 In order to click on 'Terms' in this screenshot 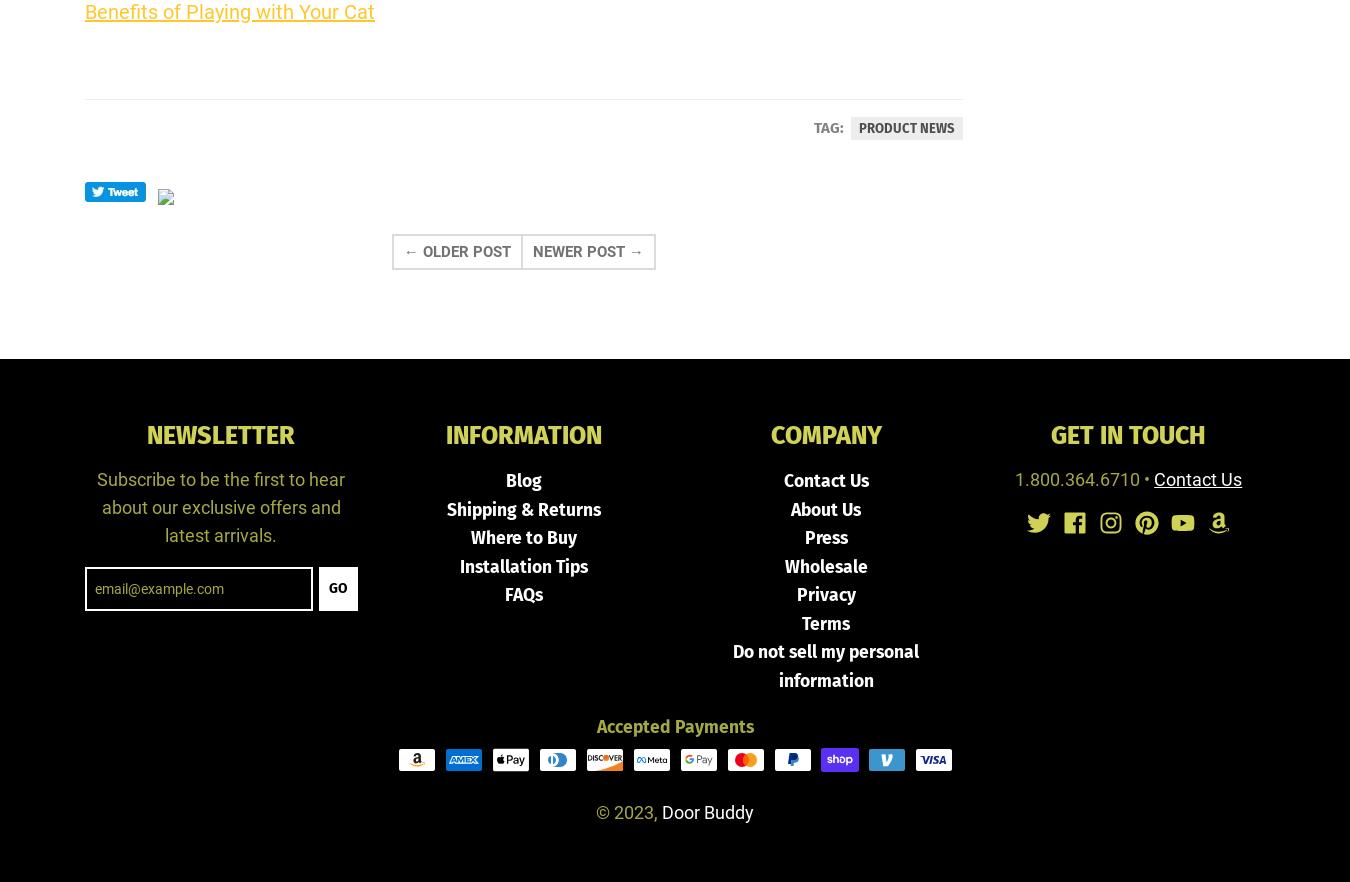, I will do `click(802, 622)`.